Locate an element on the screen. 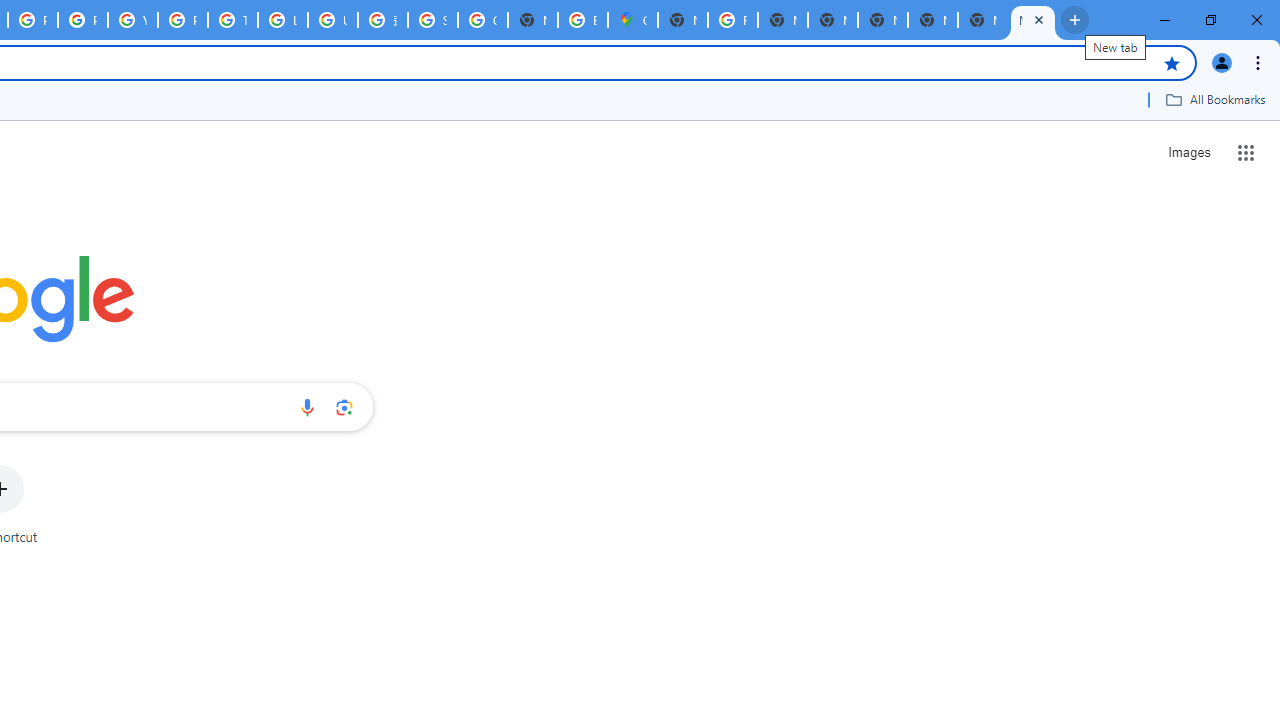 Image resolution: width=1280 pixels, height=720 pixels. 'New Tab' is located at coordinates (1032, 20).